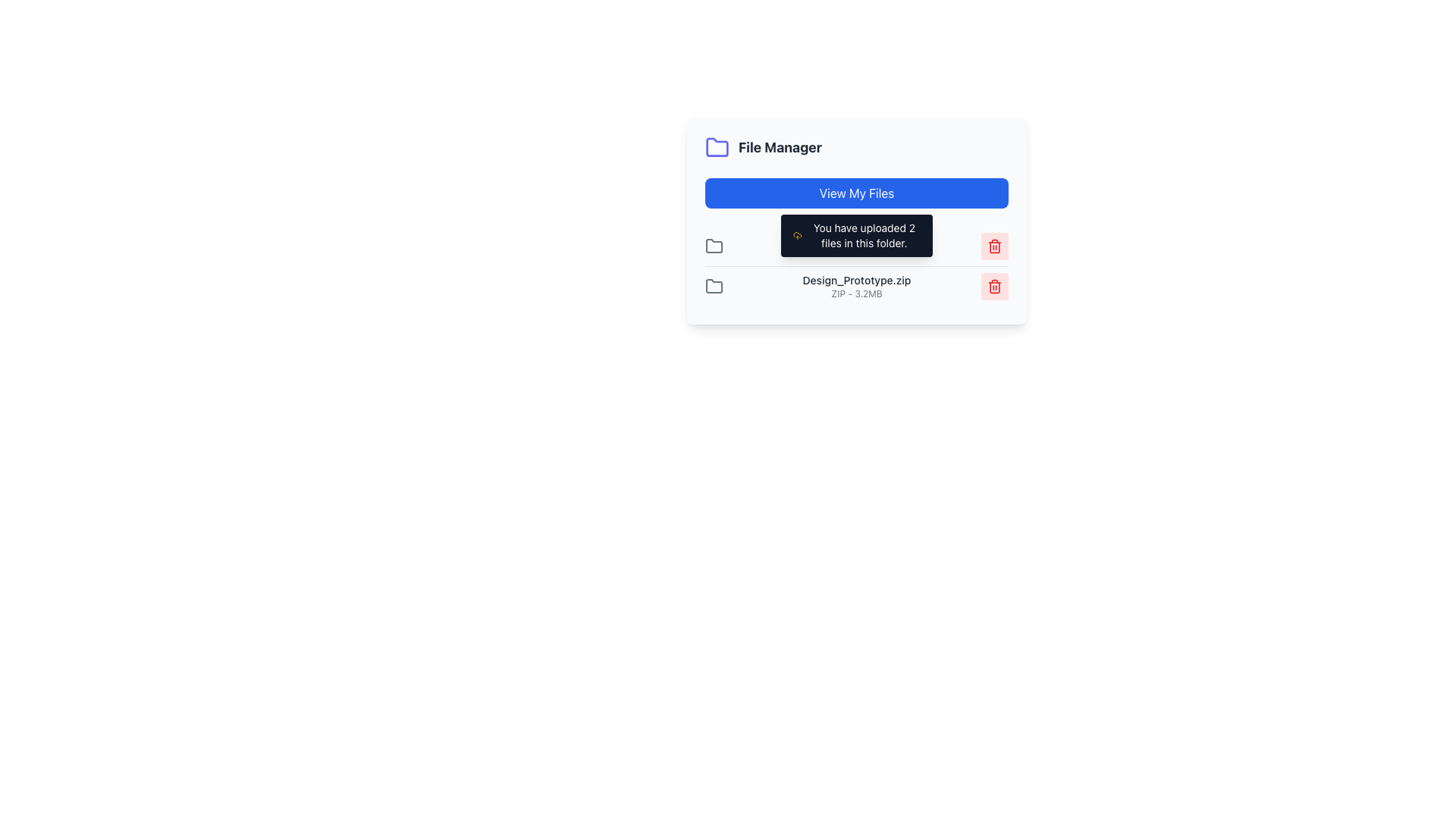 This screenshot has width=1456, height=819. I want to click on the small, square delete button with a pale red background and a trash can icon, located to the far right of the file entry 'Design_Prototype.zip ZIP - 3.2MB', so click(994, 287).